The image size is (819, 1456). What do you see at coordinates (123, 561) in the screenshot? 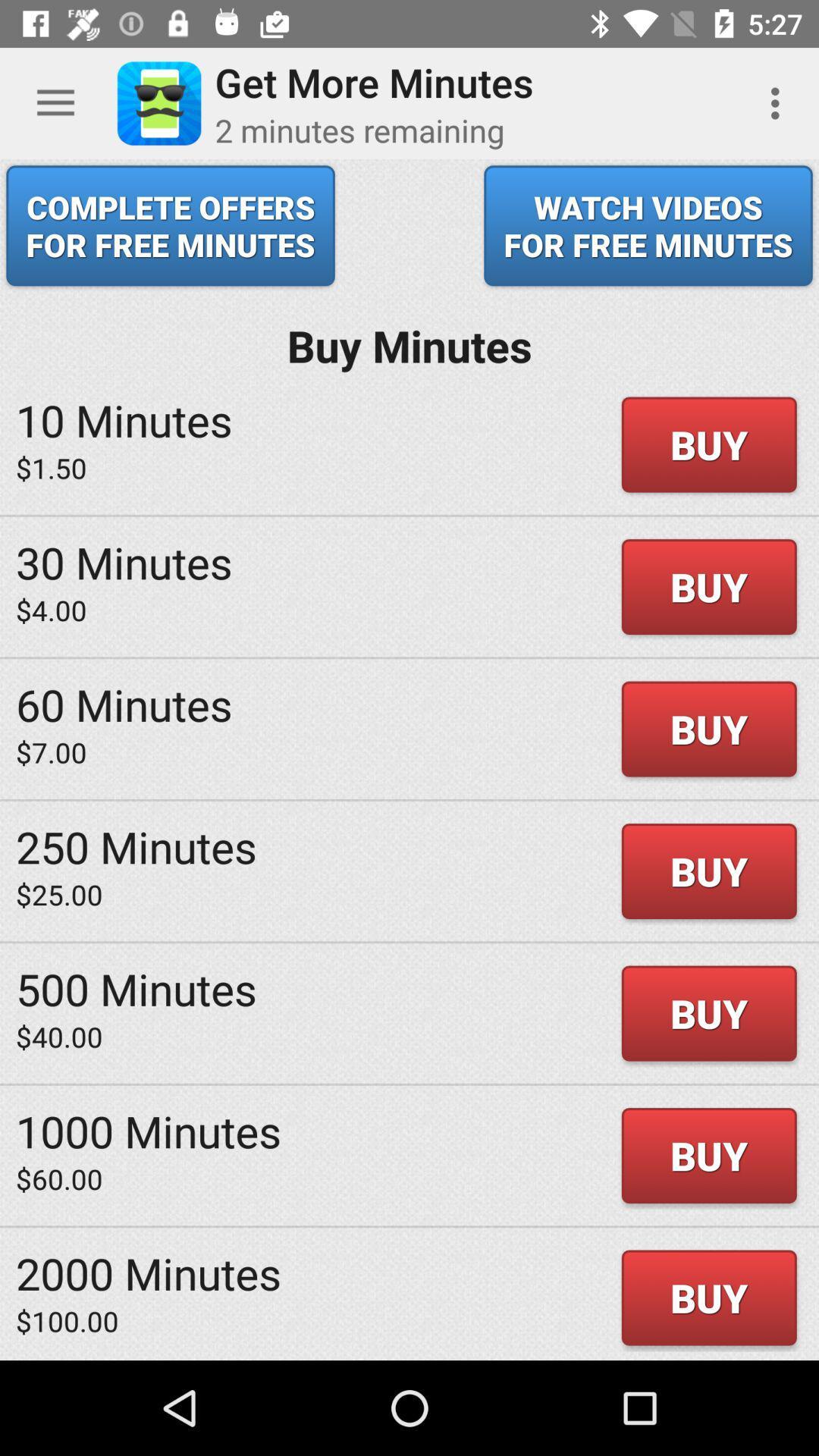
I see `the 30 minutes item` at bounding box center [123, 561].